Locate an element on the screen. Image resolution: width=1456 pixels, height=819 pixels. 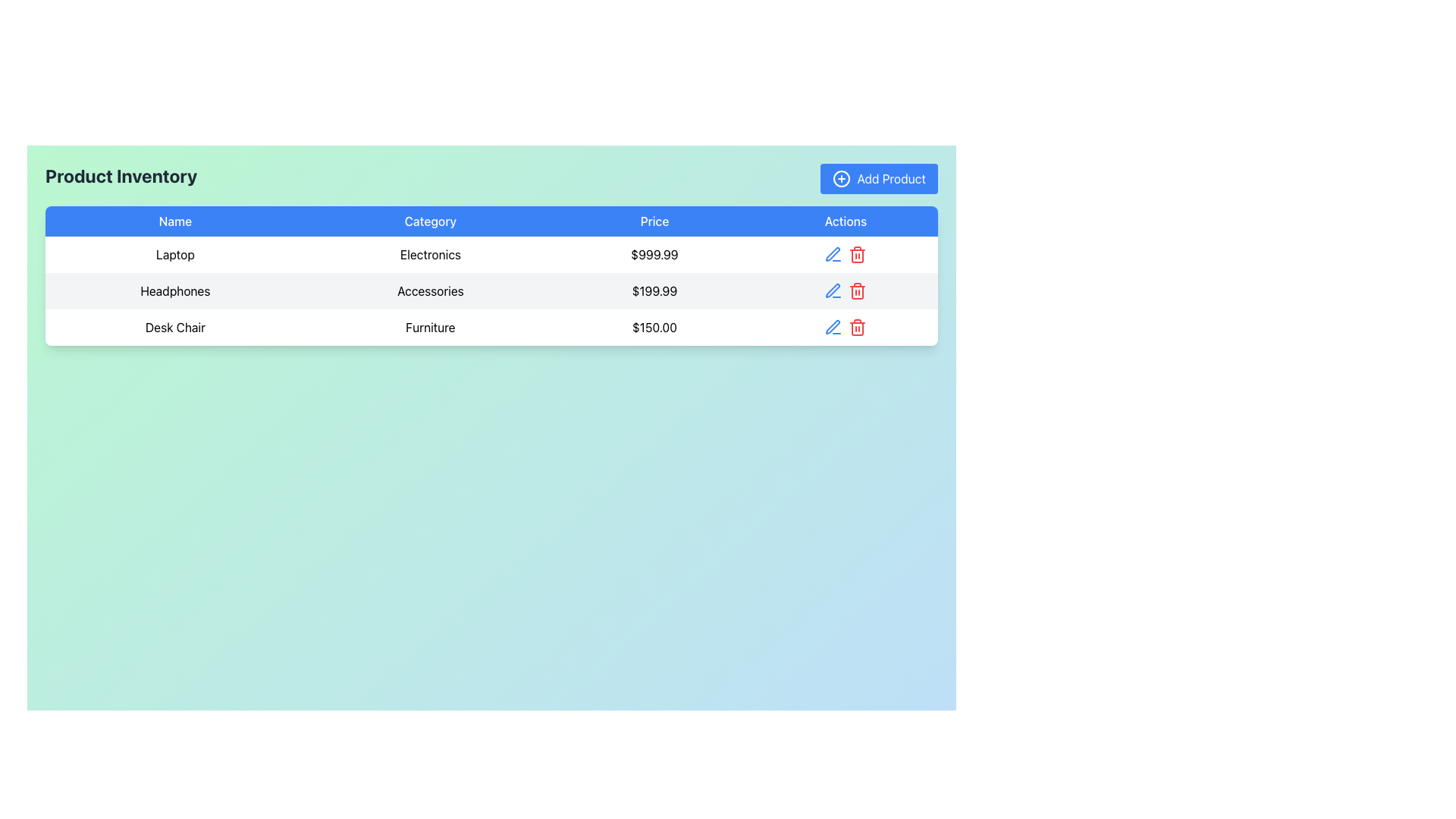
the fourth header in the table, which is located in the upper-right corner and likely indicates actions such as editing or deleting rows is located at coordinates (845, 221).